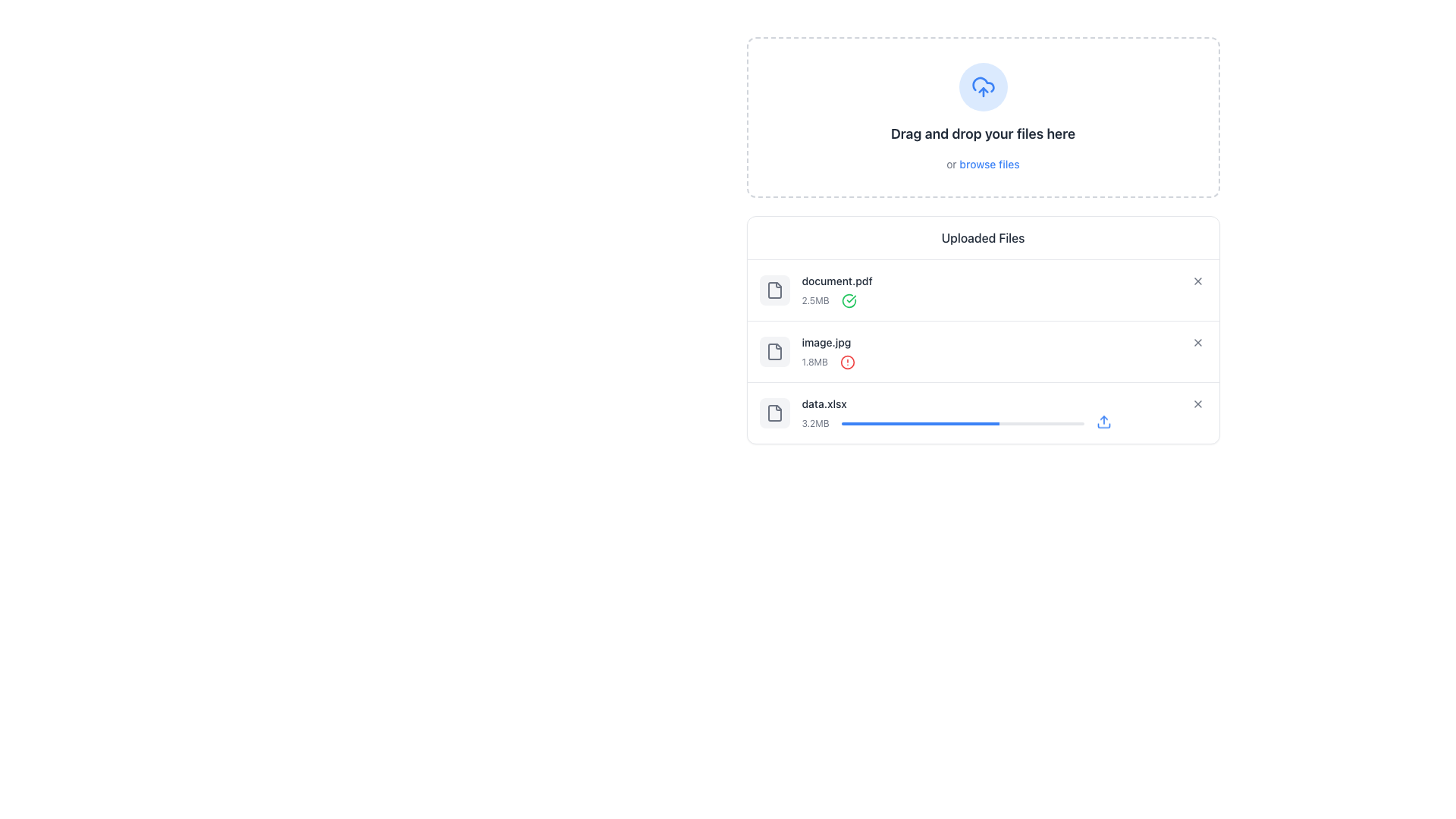 This screenshot has width=1456, height=819. What do you see at coordinates (1197, 281) in the screenshot?
I see `the circular button with a gray 'X' icon located to the right of 'document.pdf'` at bounding box center [1197, 281].